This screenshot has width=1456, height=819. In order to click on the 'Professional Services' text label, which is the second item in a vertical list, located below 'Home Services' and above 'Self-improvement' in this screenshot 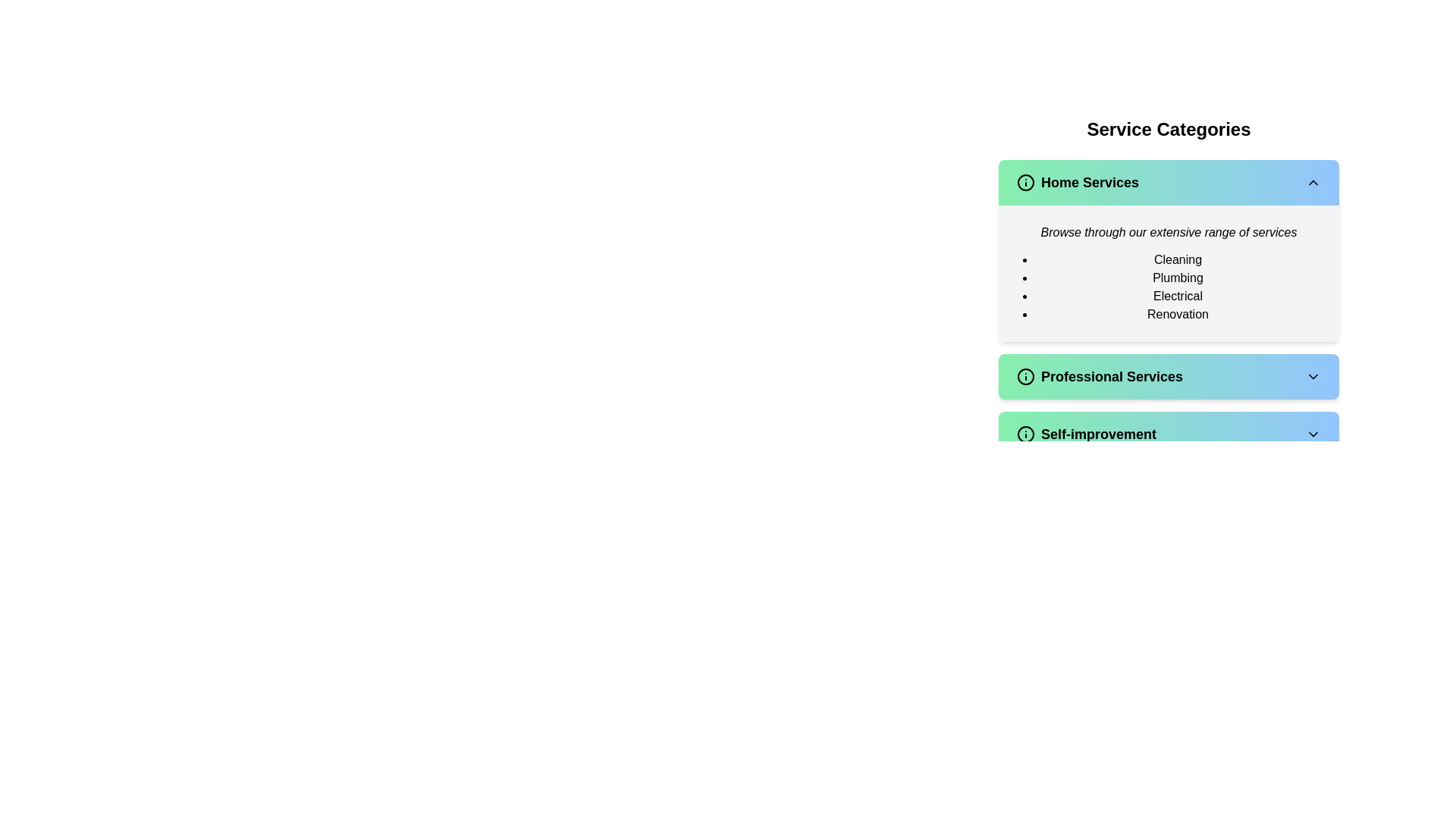, I will do `click(1100, 376)`.